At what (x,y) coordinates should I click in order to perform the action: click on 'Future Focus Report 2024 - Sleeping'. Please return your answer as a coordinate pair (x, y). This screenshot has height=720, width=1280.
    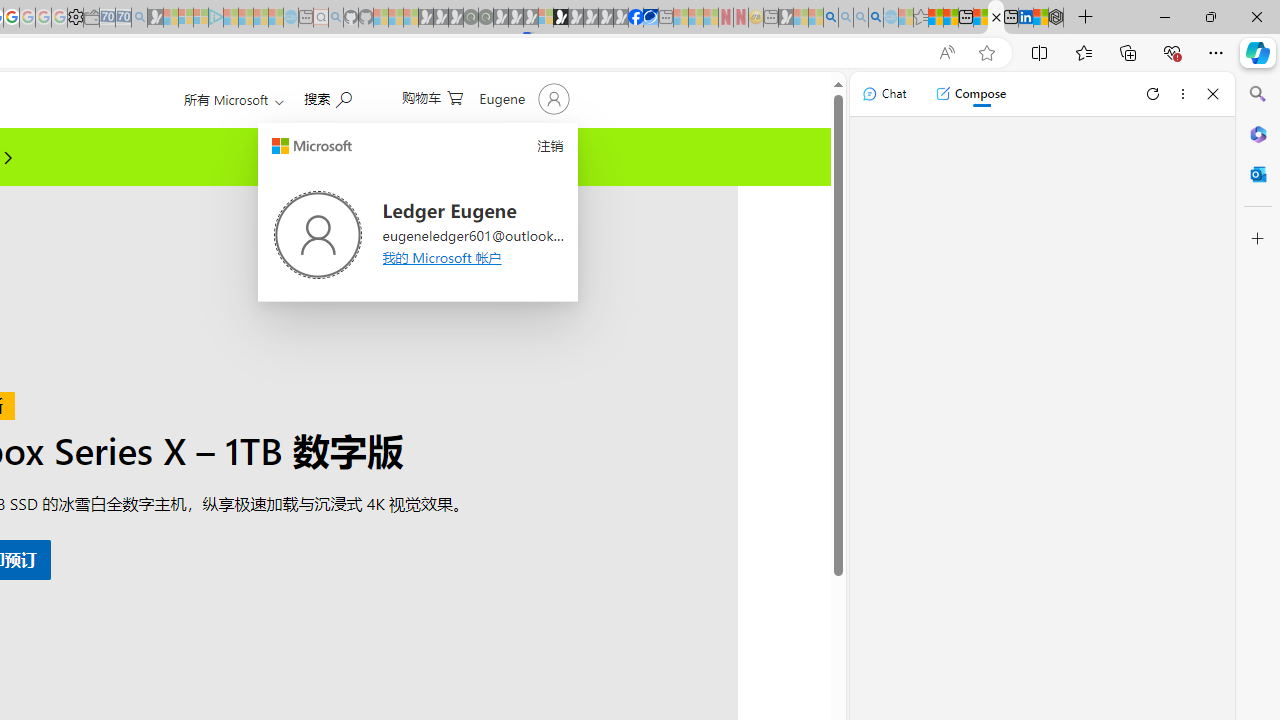
    Looking at the image, I should click on (485, 17).